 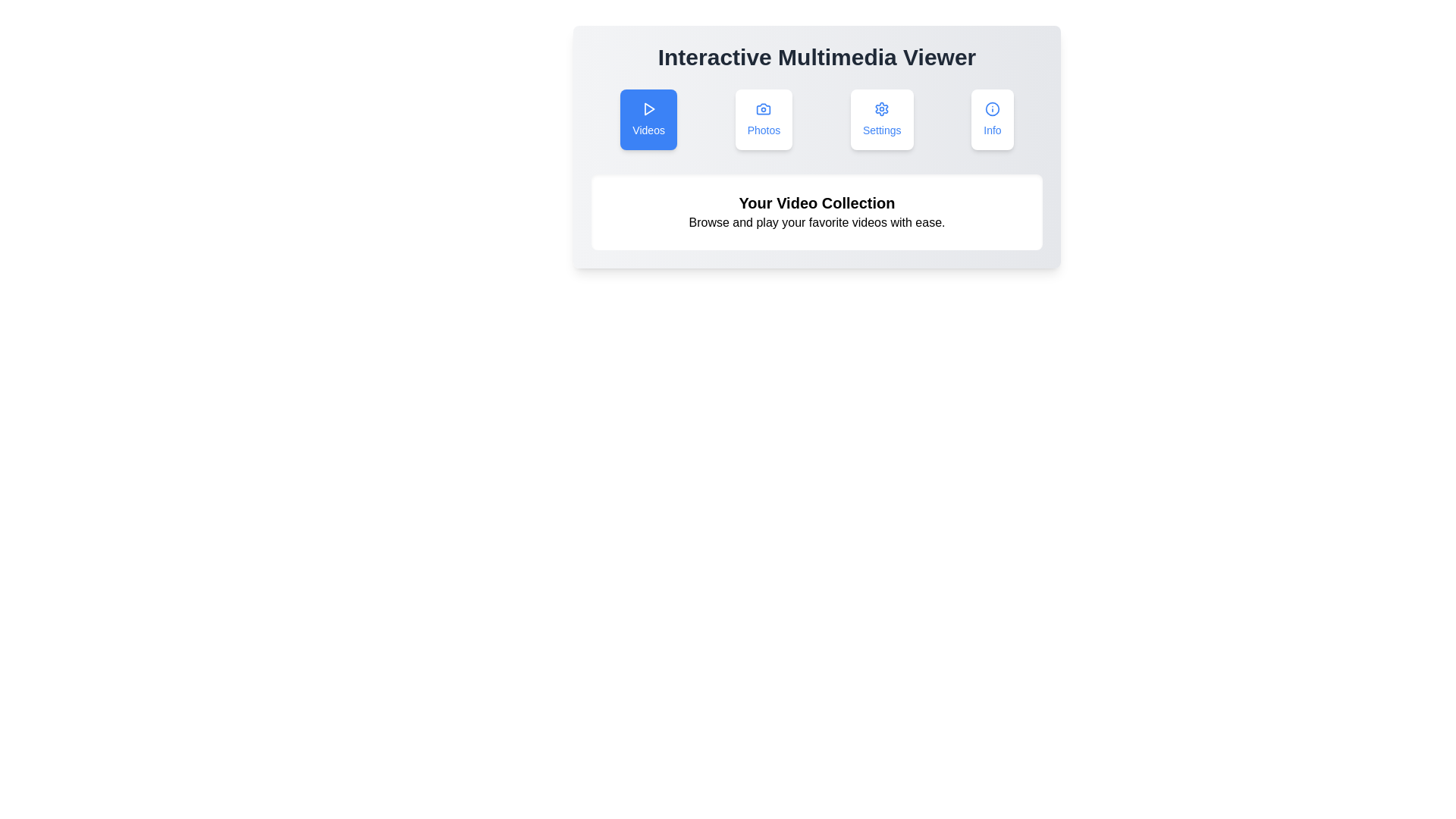 What do you see at coordinates (648, 108) in the screenshot?
I see `the play icon, represented by a triangular shape pointing to the right, located within a blue background in the upper left corner of the 'Videos' button` at bounding box center [648, 108].